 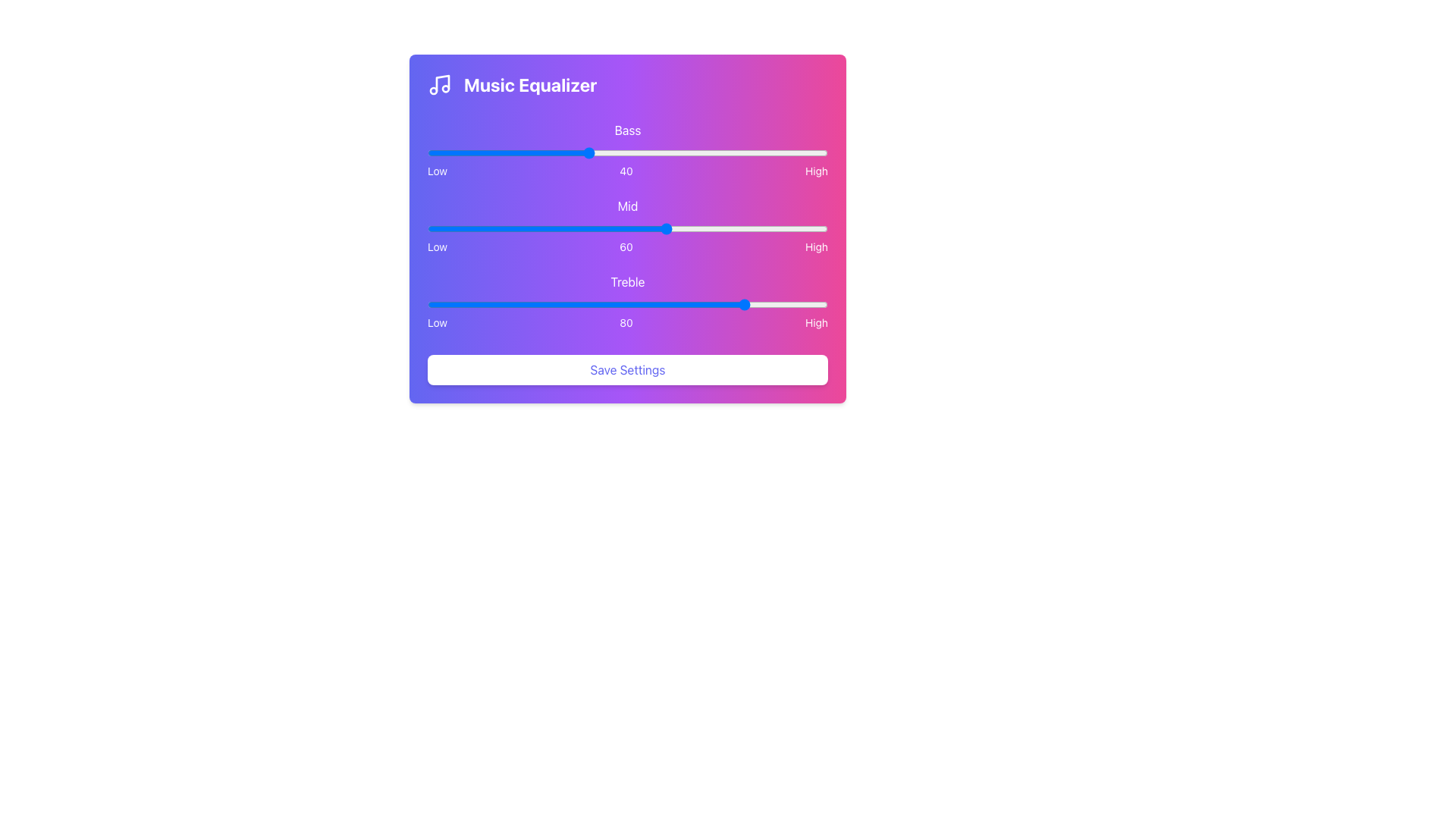 What do you see at coordinates (691, 304) in the screenshot?
I see `the treble level` at bounding box center [691, 304].